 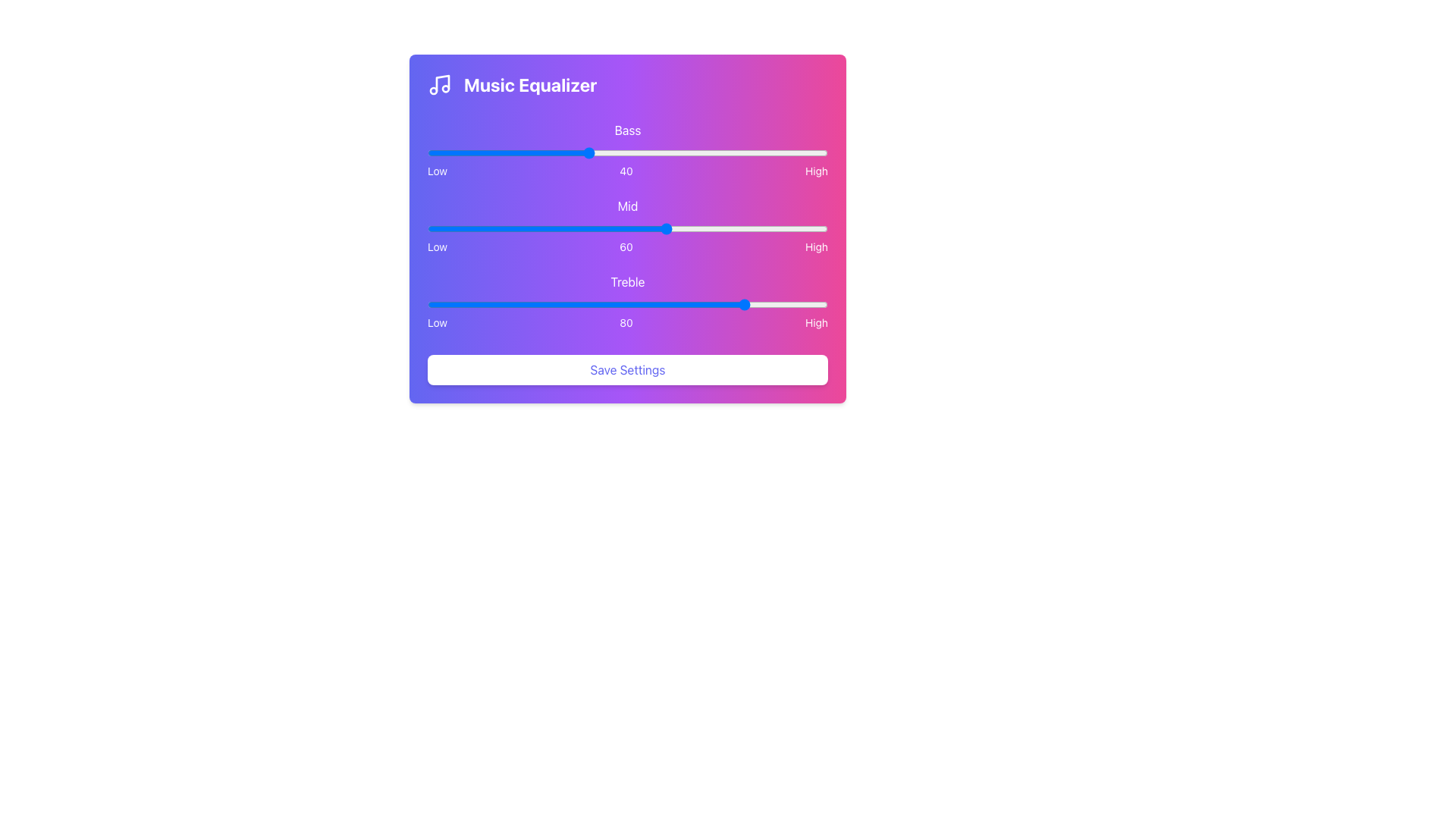 What do you see at coordinates (691, 304) in the screenshot?
I see `the treble level` at bounding box center [691, 304].